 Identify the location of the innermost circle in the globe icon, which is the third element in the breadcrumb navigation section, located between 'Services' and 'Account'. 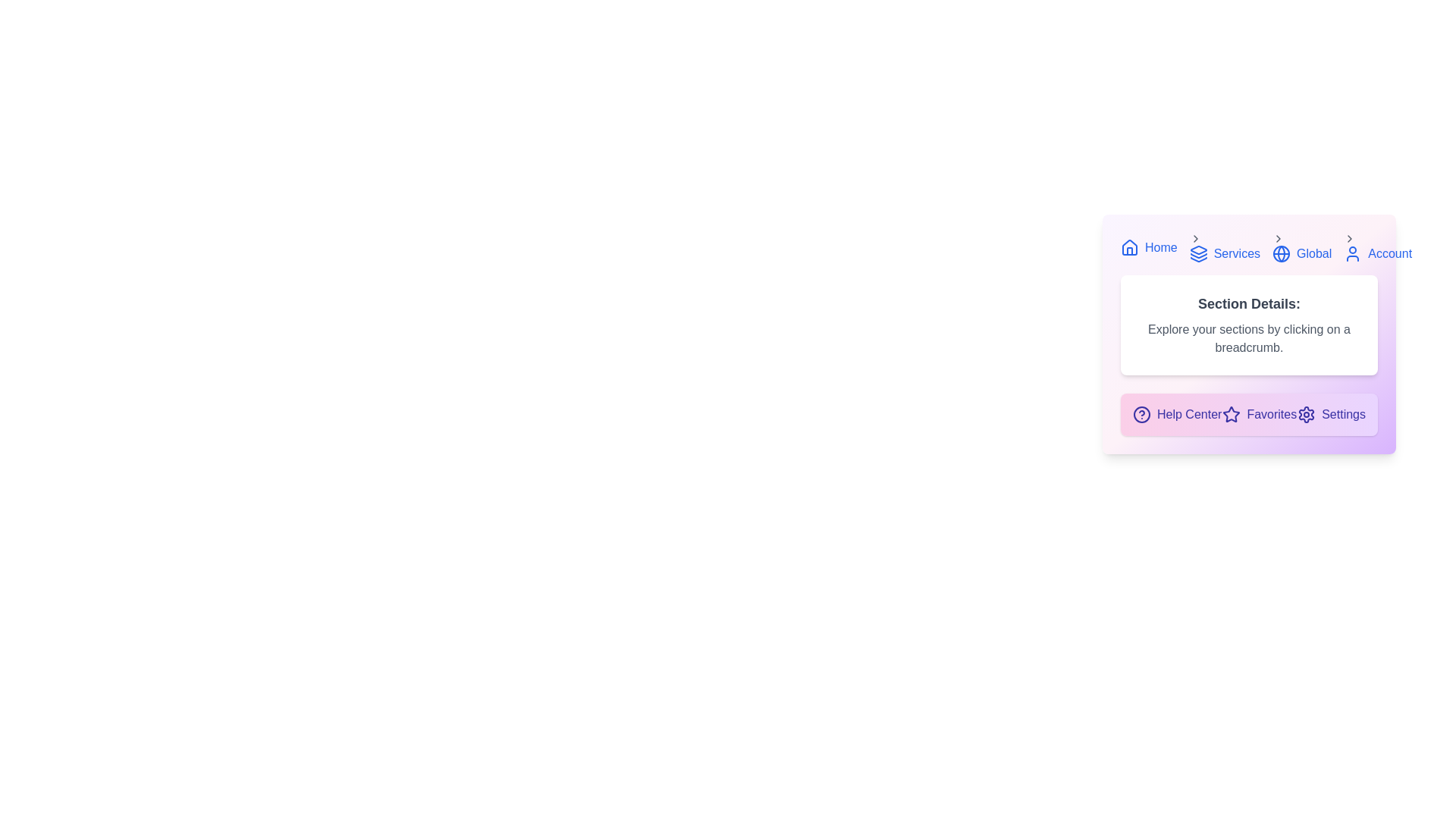
(1280, 253).